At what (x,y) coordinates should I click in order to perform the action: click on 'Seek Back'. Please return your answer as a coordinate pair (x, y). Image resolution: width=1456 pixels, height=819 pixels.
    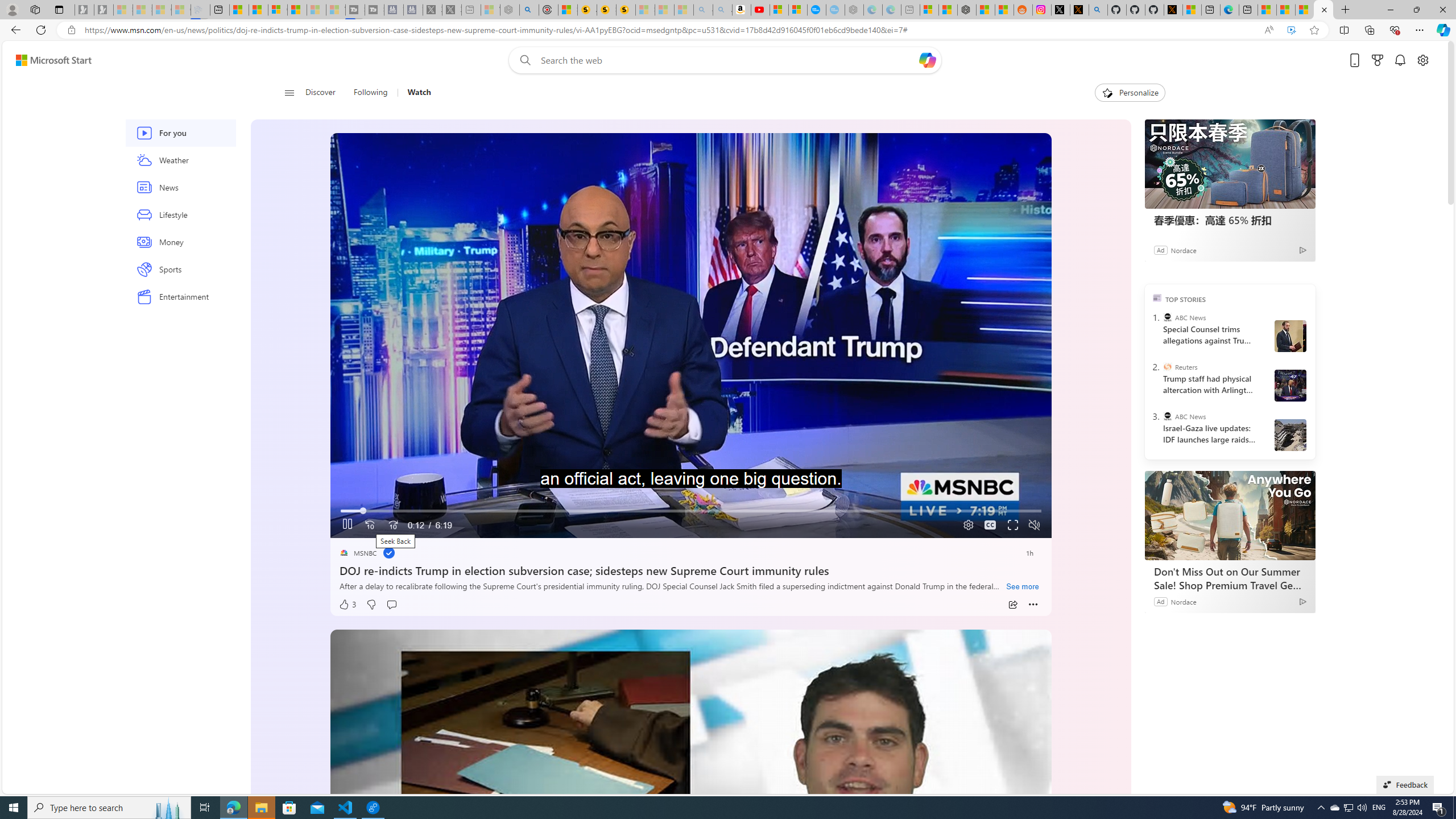
    Looking at the image, I should click on (369, 525).